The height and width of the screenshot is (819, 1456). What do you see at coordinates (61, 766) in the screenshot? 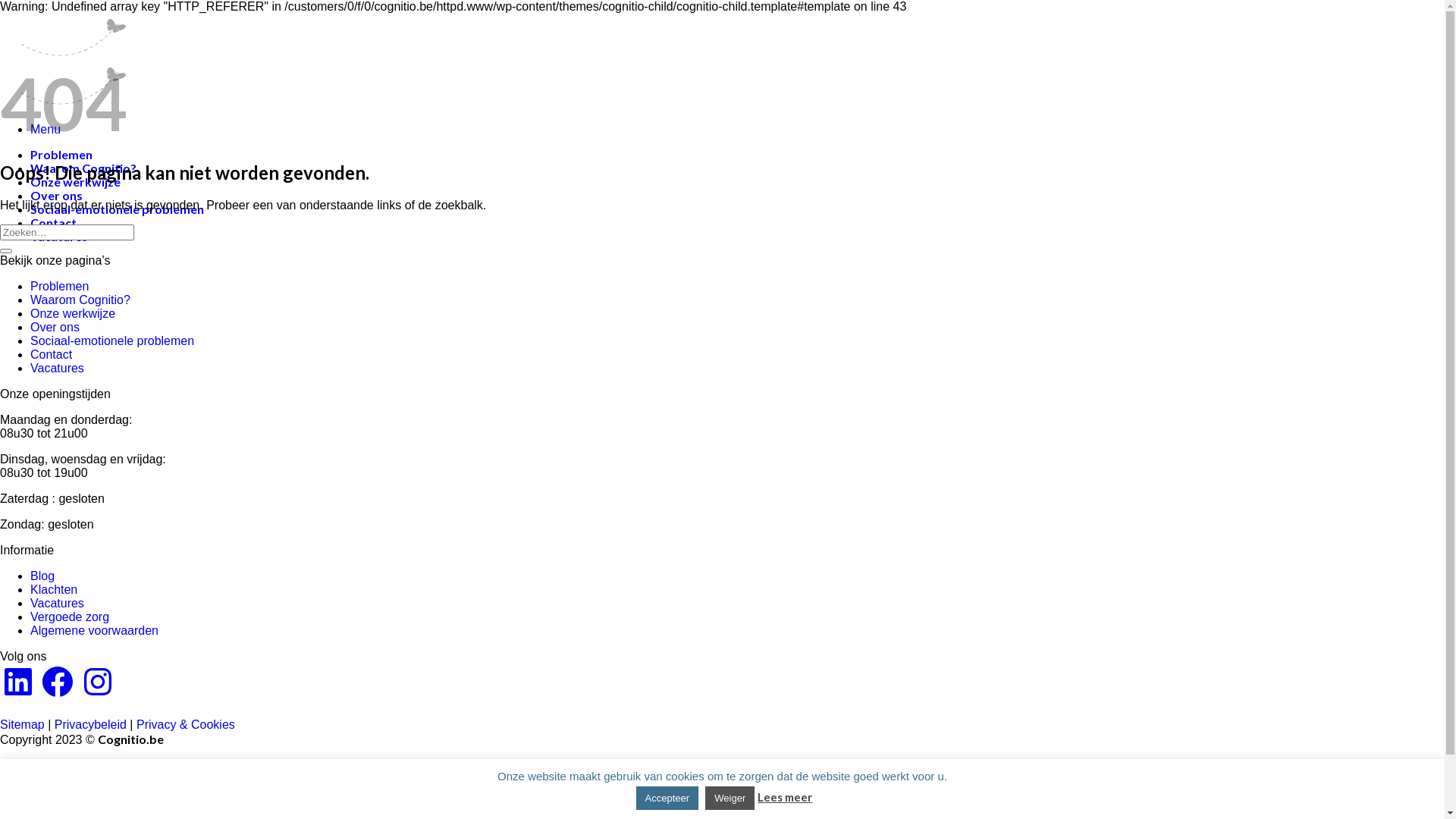
I see `'Problemen'` at bounding box center [61, 766].